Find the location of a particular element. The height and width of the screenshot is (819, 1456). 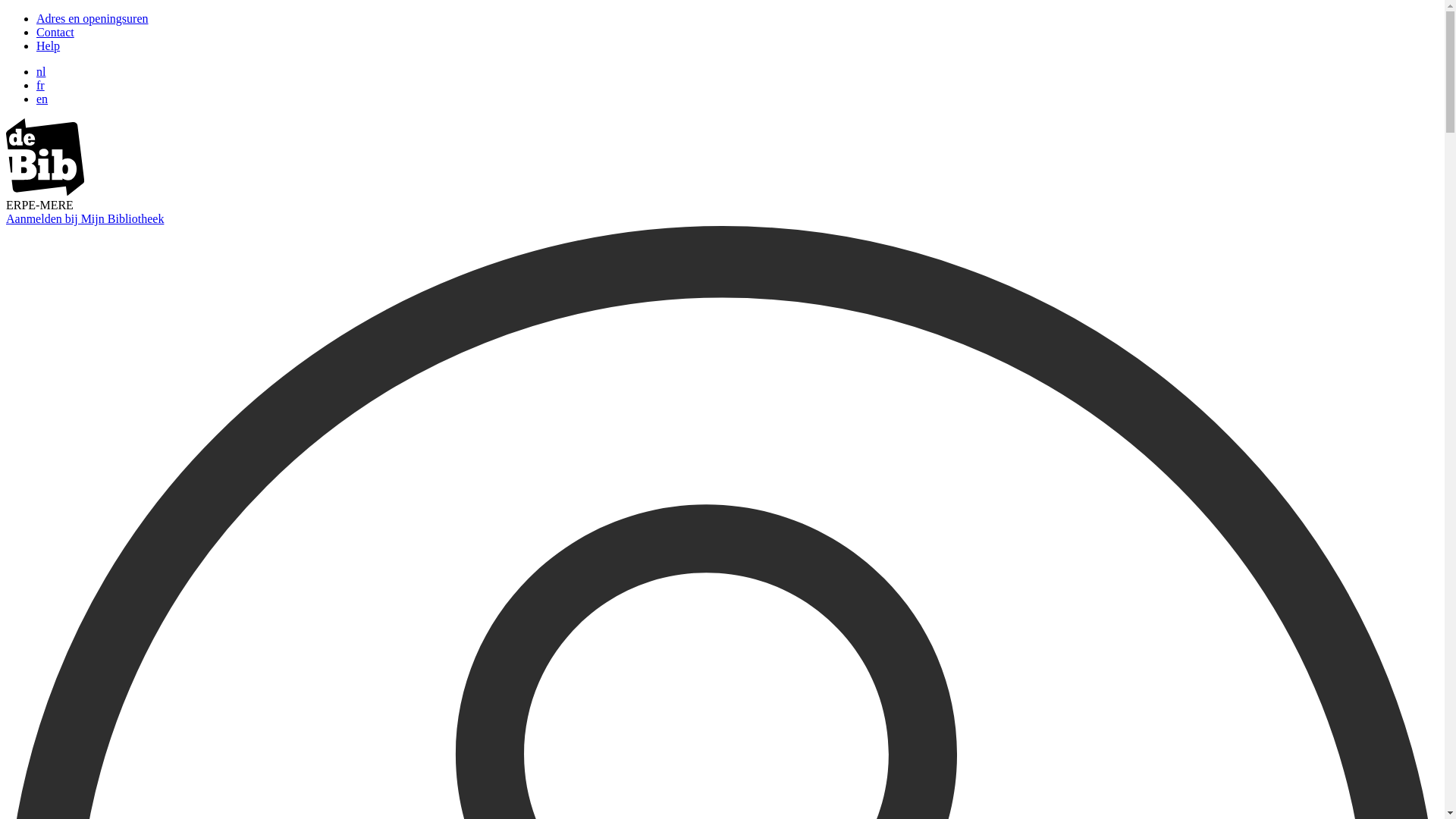

'image/svg+xml' is located at coordinates (6, 190).